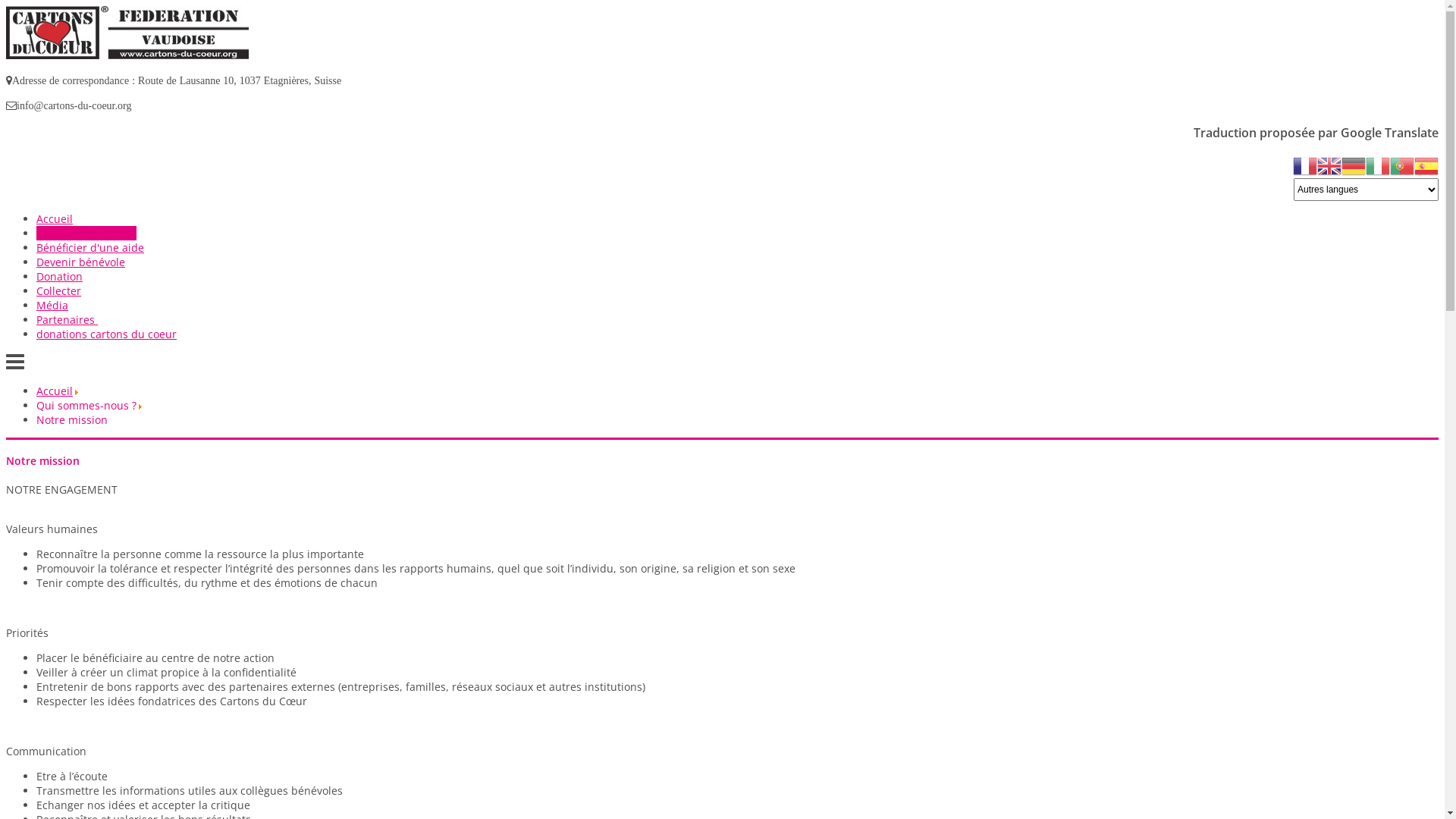 The height and width of the screenshot is (819, 1456). What do you see at coordinates (1378, 165) in the screenshot?
I see `'Italian'` at bounding box center [1378, 165].